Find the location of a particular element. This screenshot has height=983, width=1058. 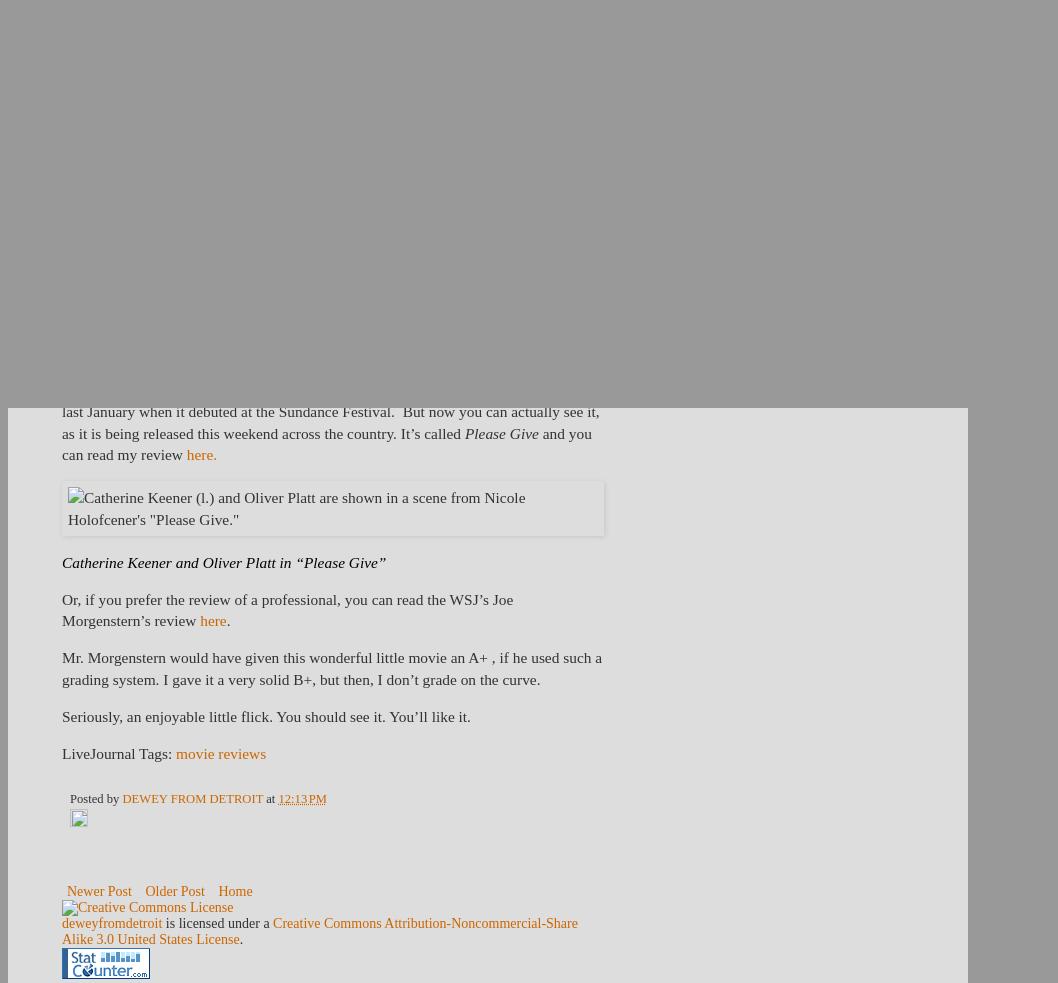

'I don’t usually do this, but if you must go to a movie this weekend to erase part of this week’s reality, I have a recommendation for you. Actually, the recommendation is from last January when it debuted at the Sundance Festival.  But now you can actually see it, as it is being released this weekend across the country. It’s called' is located at coordinates (329, 398).